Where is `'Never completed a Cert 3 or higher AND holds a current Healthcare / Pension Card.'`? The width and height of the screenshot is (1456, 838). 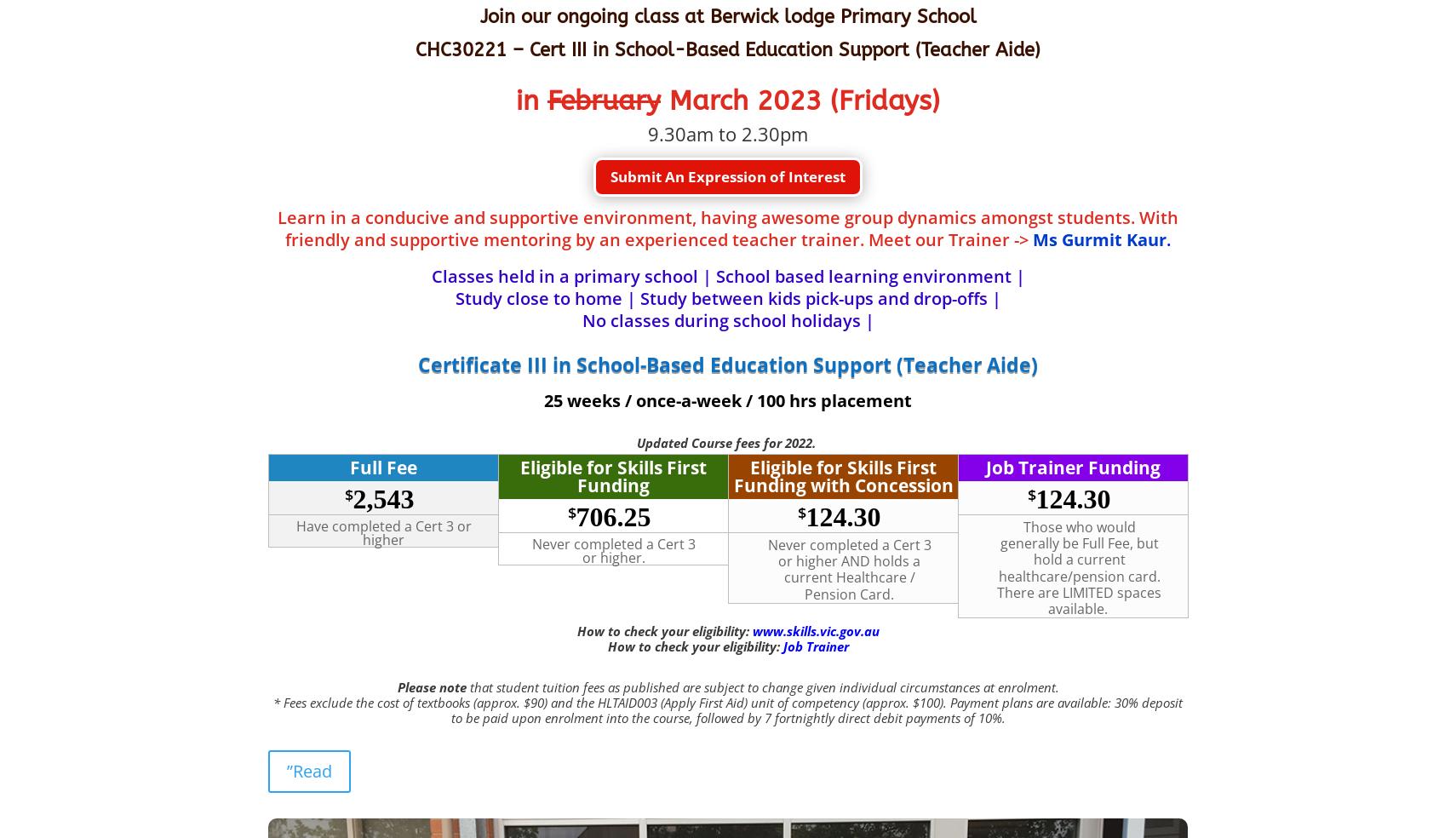 'Never completed a Cert 3 or higher AND holds a current Healthcare / Pension Card.' is located at coordinates (765, 569).